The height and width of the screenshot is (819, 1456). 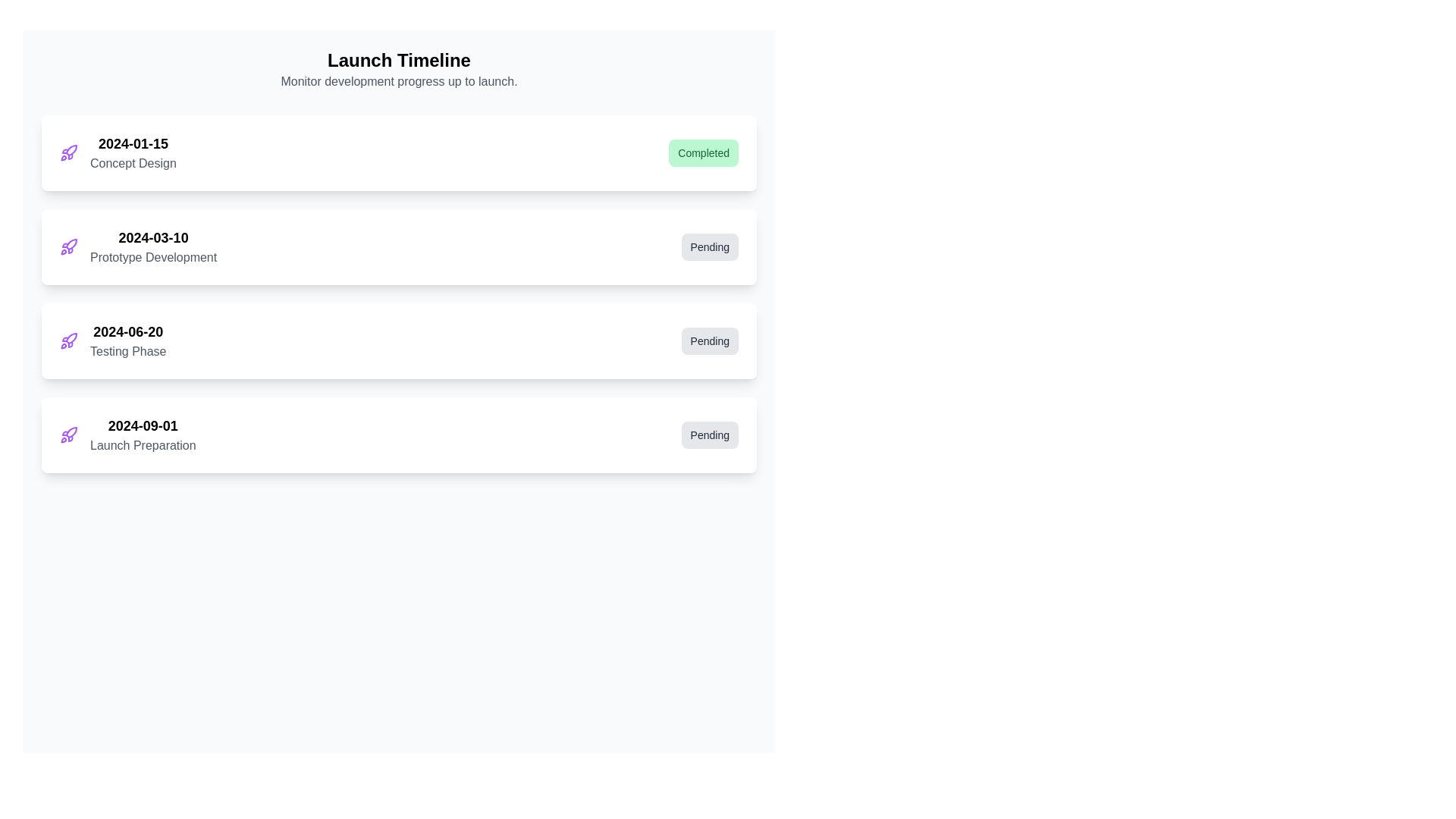 What do you see at coordinates (133, 143) in the screenshot?
I see `date text displayed as a label or heading in the first entry of the vertical timeline, located above 'Concept Design'` at bounding box center [133, 143].